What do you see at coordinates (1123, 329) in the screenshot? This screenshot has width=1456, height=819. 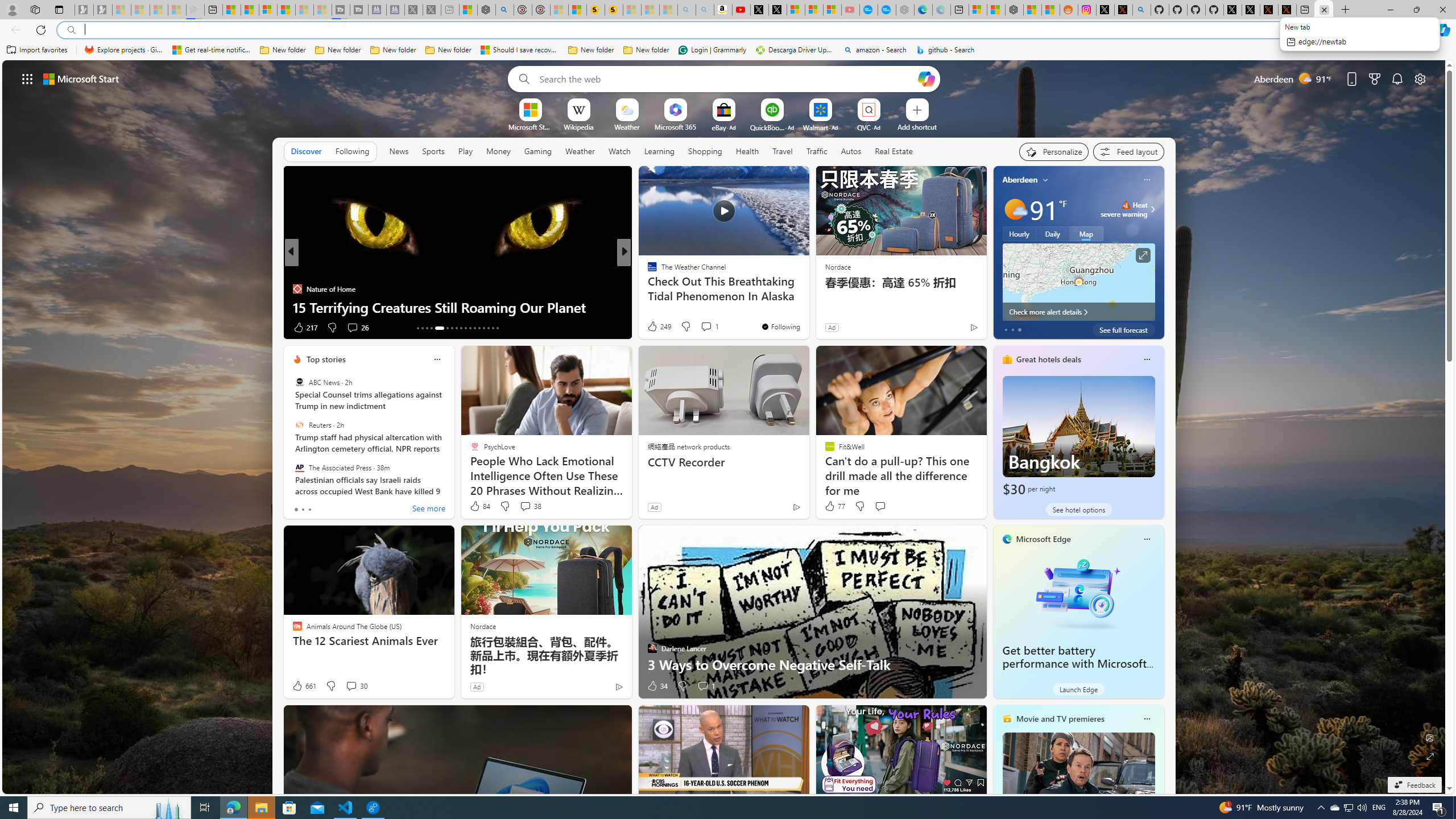 I see `'See full forecast'` at bounding box center [1123, 329].